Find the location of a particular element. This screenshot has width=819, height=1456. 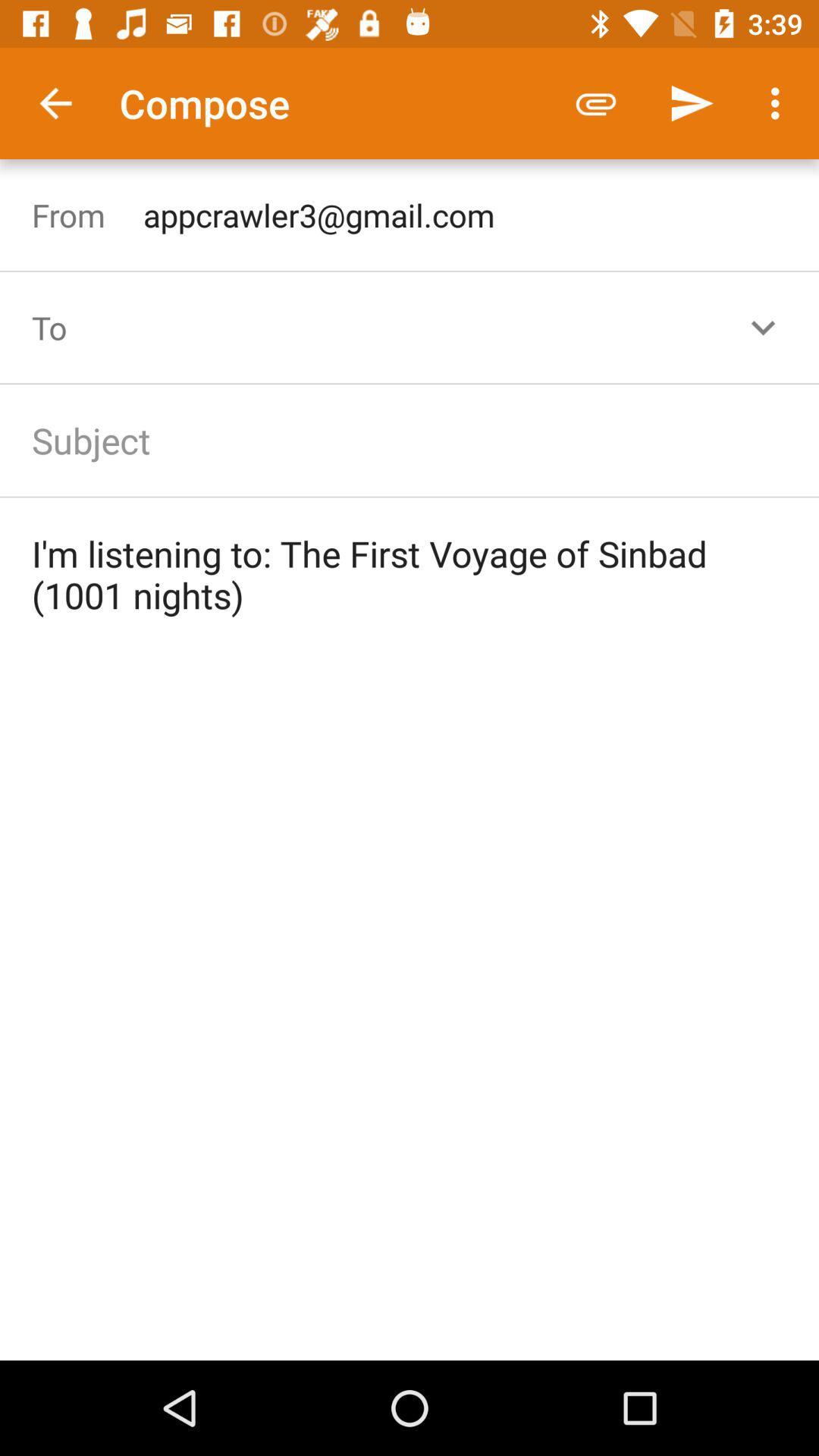

item below i m listening icon is located at coordinates (409, 1006).